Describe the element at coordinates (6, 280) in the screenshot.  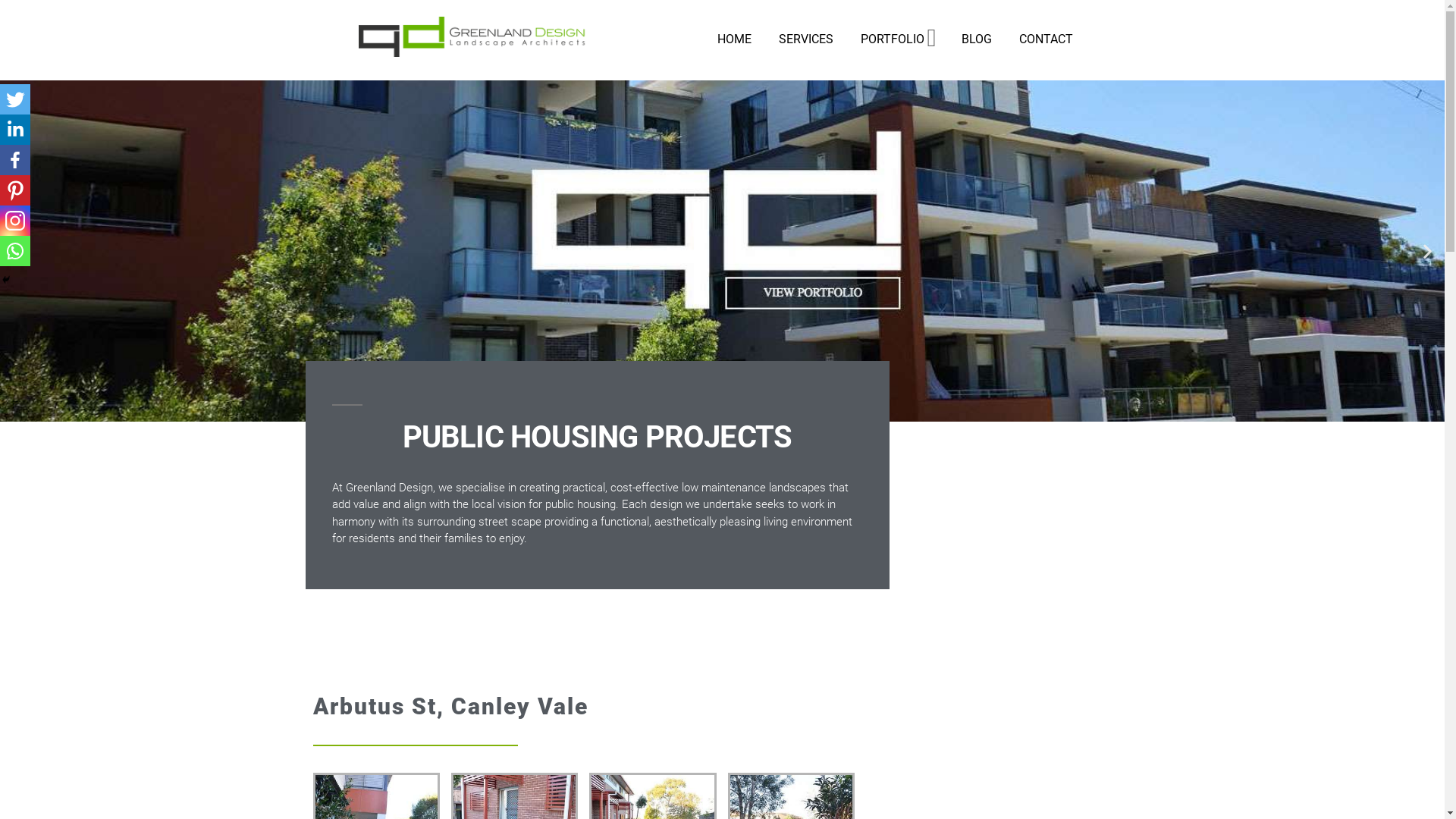
I see `'Hide'` at that location.